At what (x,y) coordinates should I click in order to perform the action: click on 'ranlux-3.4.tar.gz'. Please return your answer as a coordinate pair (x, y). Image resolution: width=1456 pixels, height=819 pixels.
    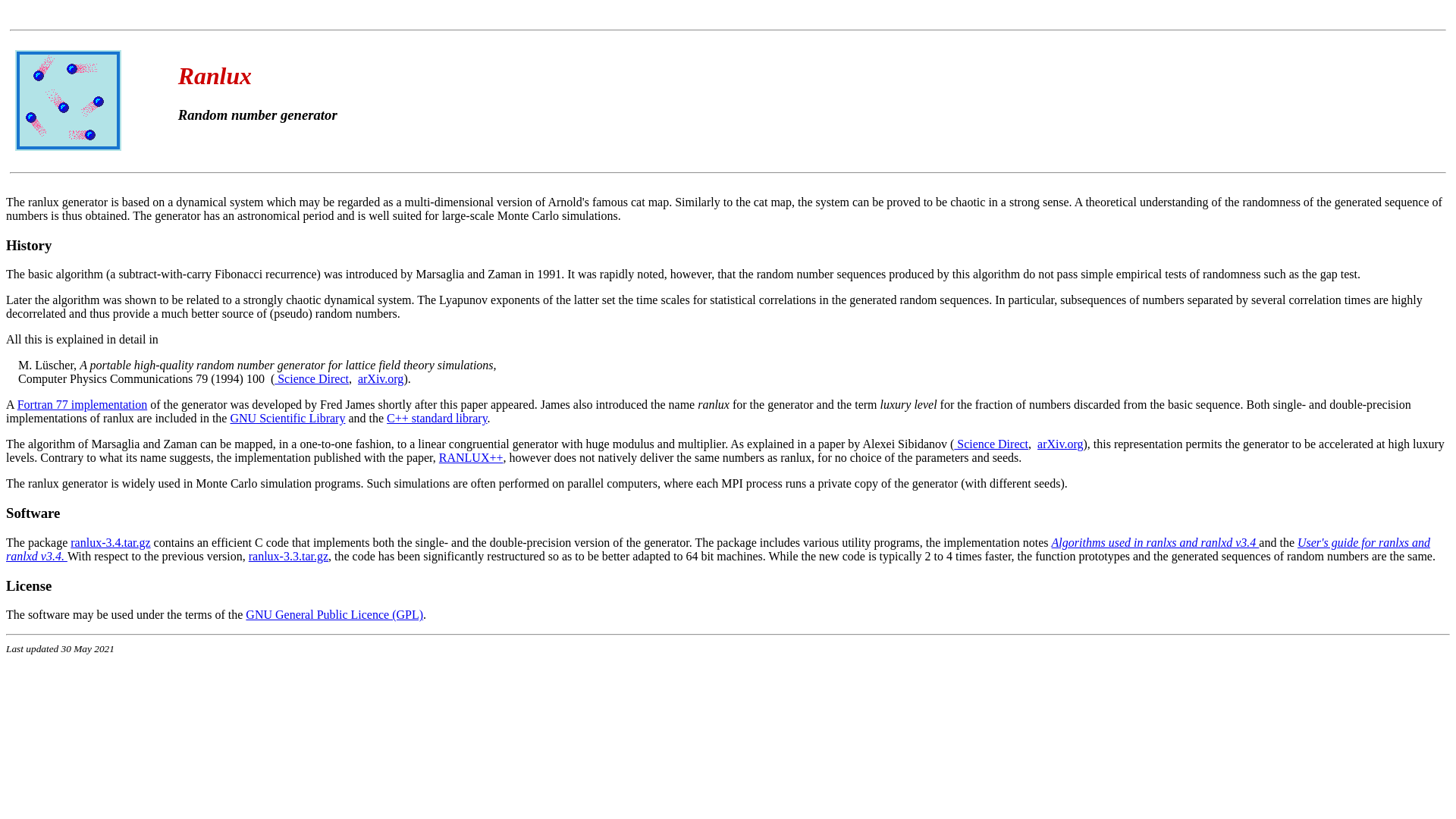
    Looking at the image, I should click on (109, 541).